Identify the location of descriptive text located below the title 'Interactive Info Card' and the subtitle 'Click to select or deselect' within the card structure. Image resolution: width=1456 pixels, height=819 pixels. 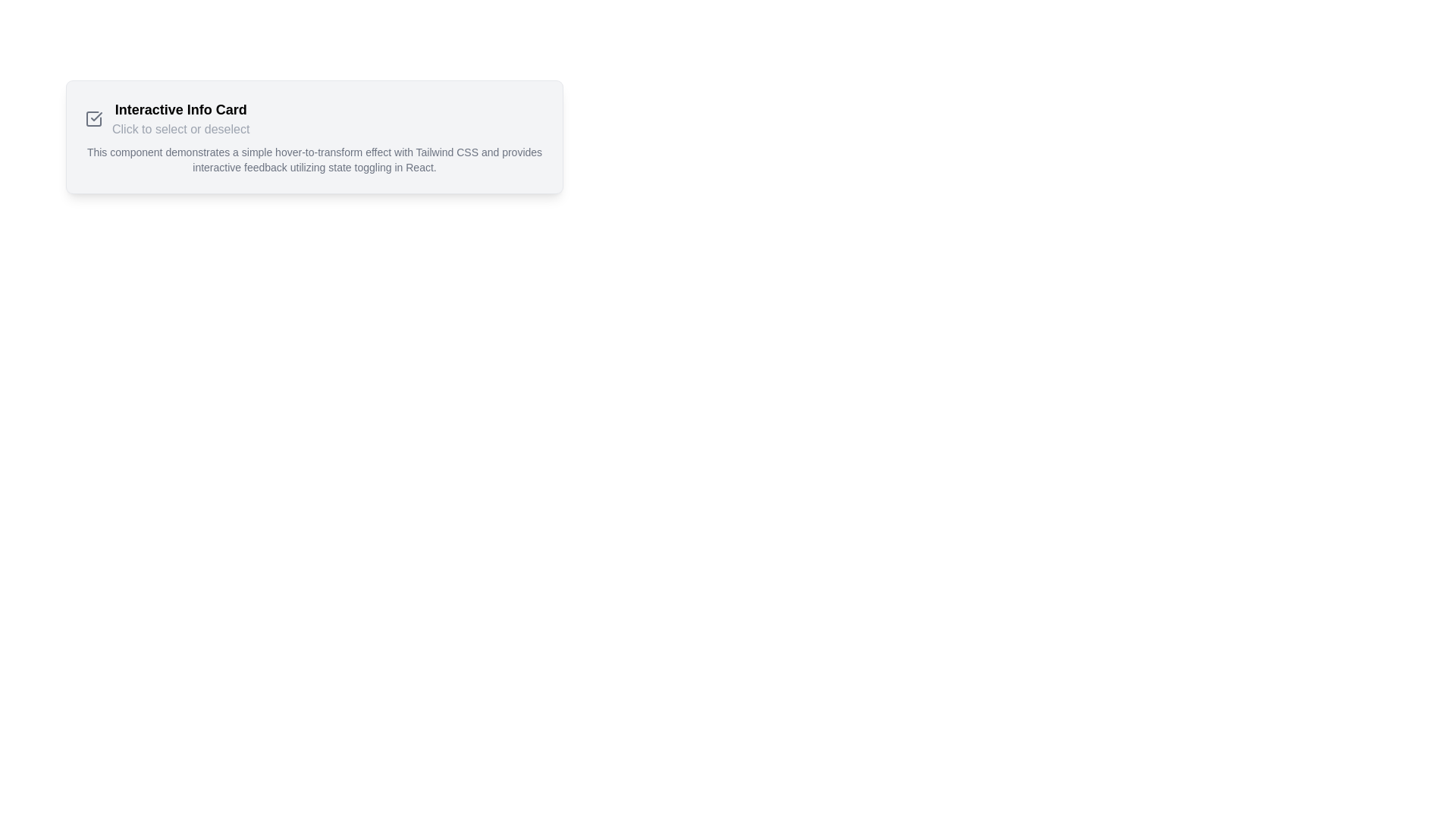
(313, 160).